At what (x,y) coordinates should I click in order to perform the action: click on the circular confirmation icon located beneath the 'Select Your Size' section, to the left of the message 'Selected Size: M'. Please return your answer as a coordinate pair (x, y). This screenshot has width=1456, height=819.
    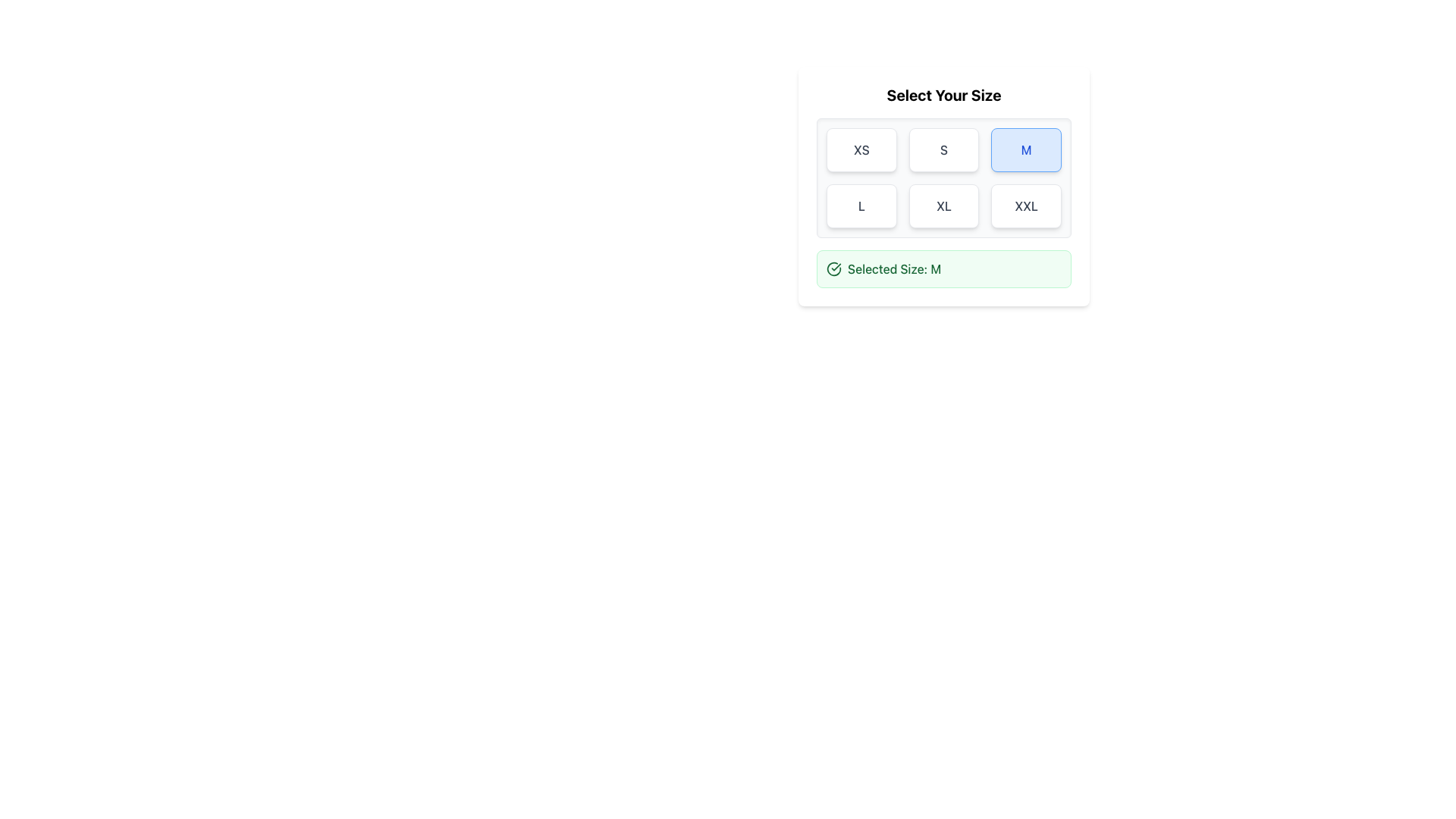
    Looking at the image, I should click on (833, 268).